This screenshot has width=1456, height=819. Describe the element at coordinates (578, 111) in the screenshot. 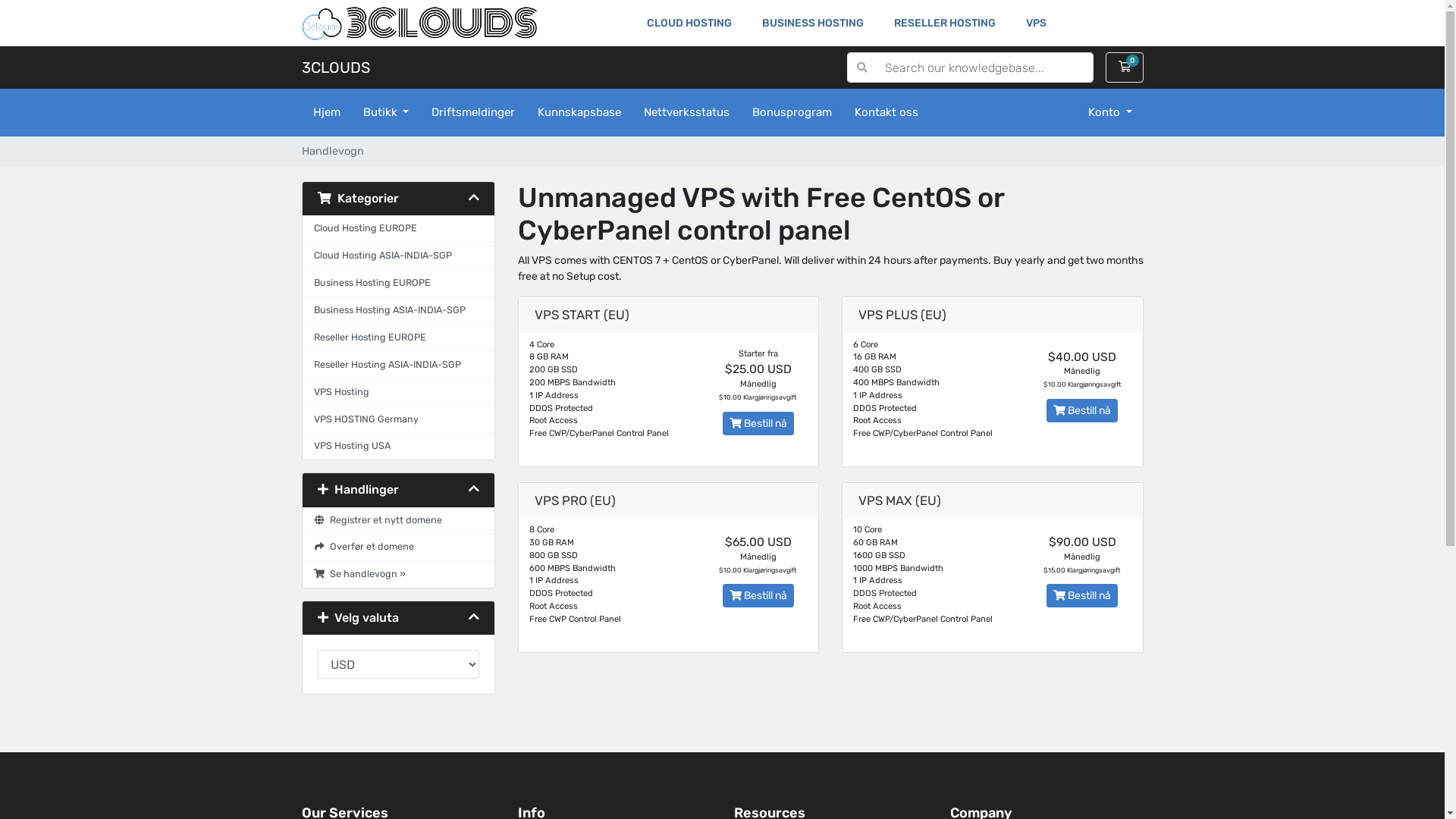

I see `'Kunnskapsbase'` at that location.